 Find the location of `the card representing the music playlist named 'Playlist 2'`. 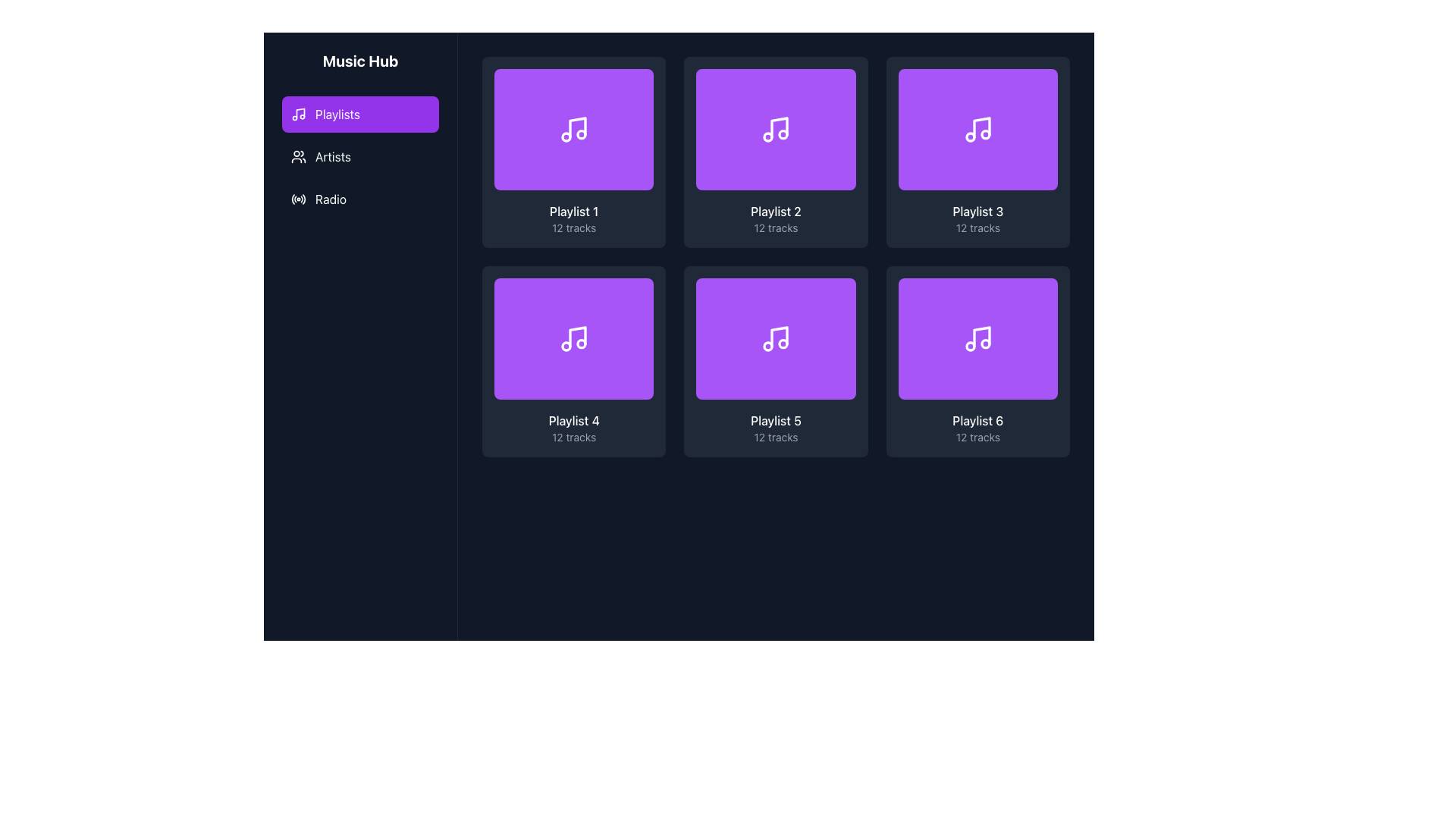

the card representing the music playlist named 'Playlist 2' is located at coordinates (776, 152).